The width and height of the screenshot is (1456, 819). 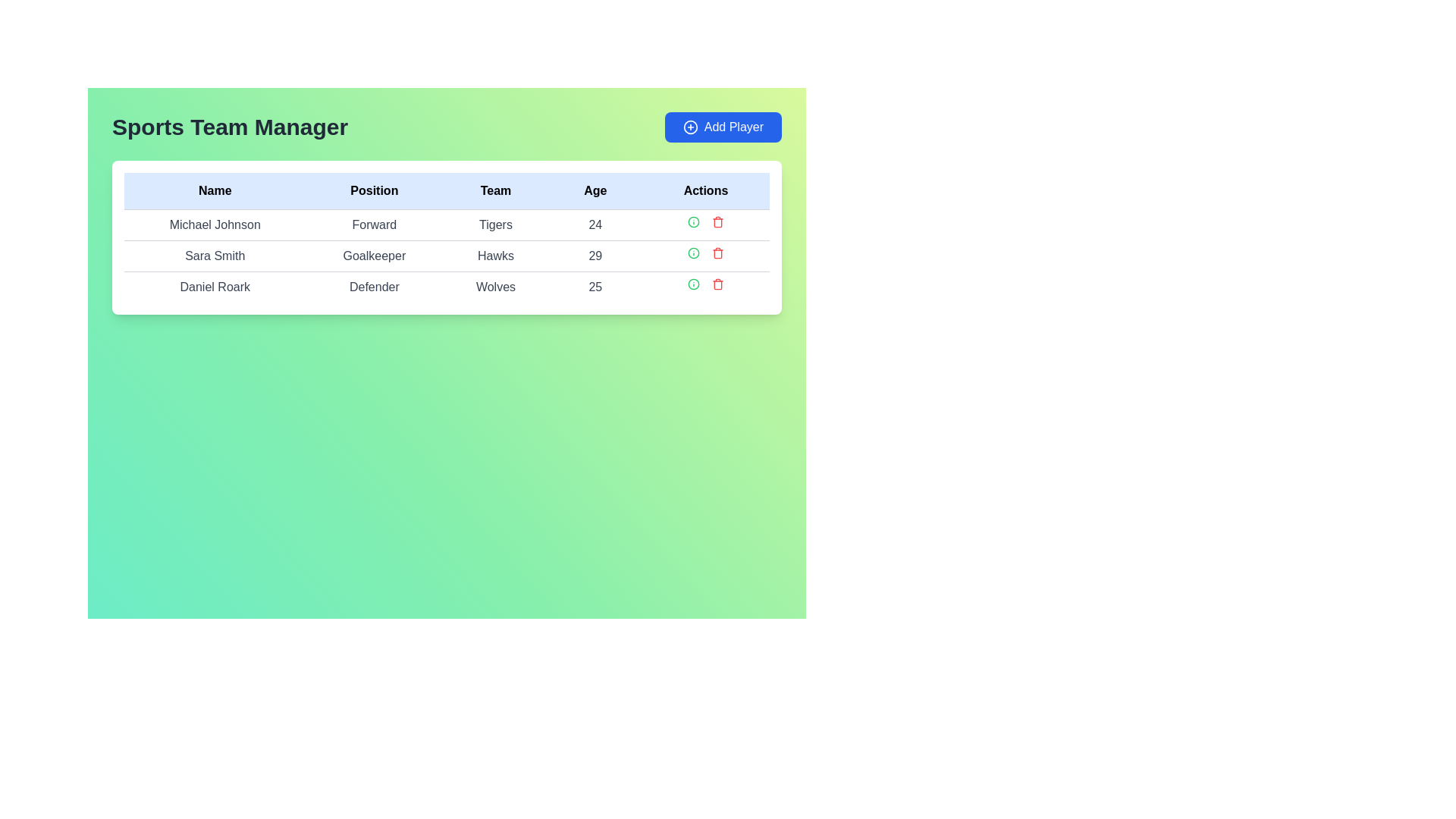 What do you see at coordinates (214, 225) in the screenshot?
I see `the text label displaying the player's name in the first row and first column of the team management table` at bounding box center [214, 225].